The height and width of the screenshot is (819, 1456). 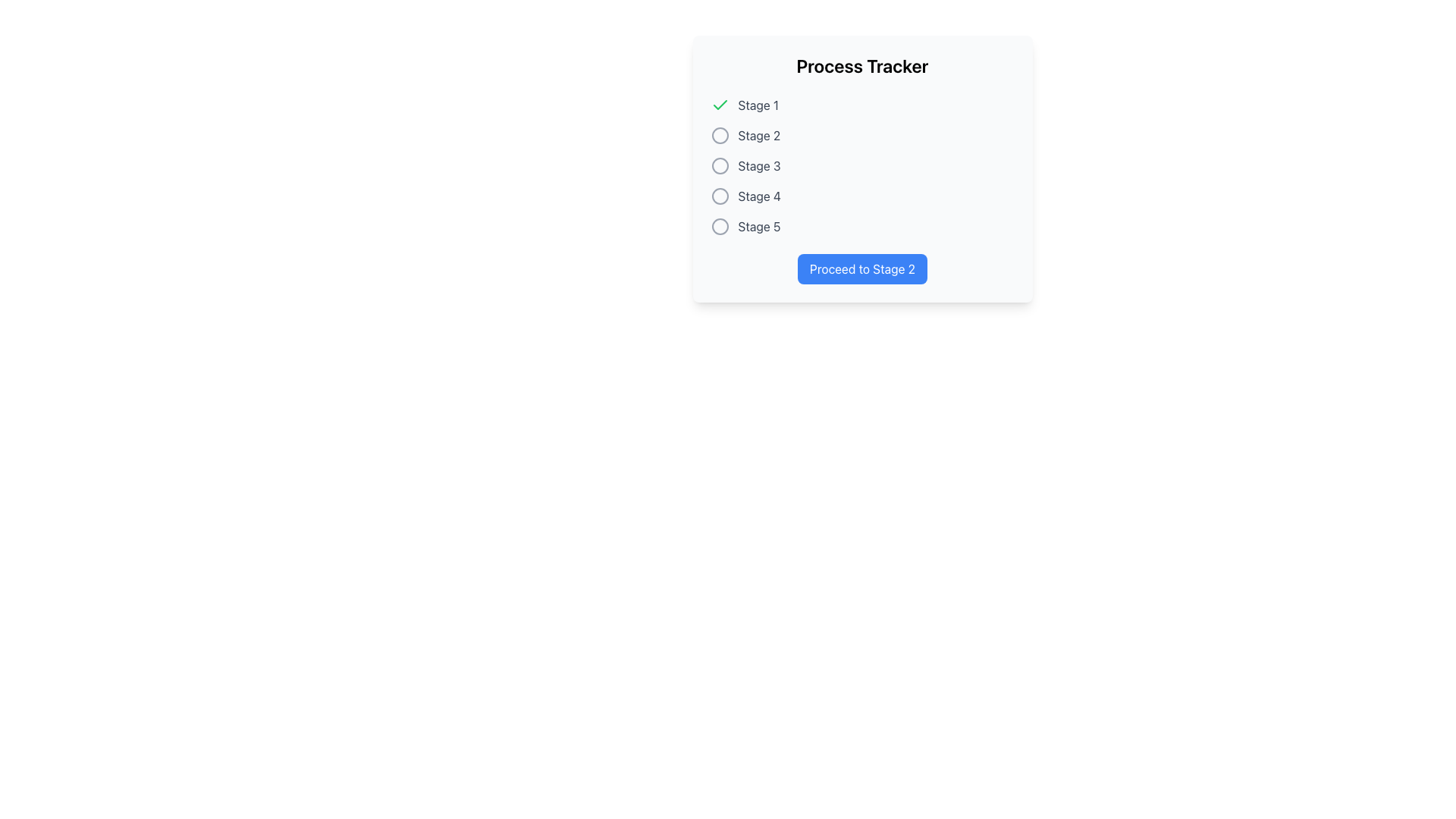 What do you see at coordinates (862, 195) in the screenshot?
I see `the fourth item in the 'Process Tracker' list, which serves as an indicator for the fourth stage in the process tracker` at bounding box center [862, 195].